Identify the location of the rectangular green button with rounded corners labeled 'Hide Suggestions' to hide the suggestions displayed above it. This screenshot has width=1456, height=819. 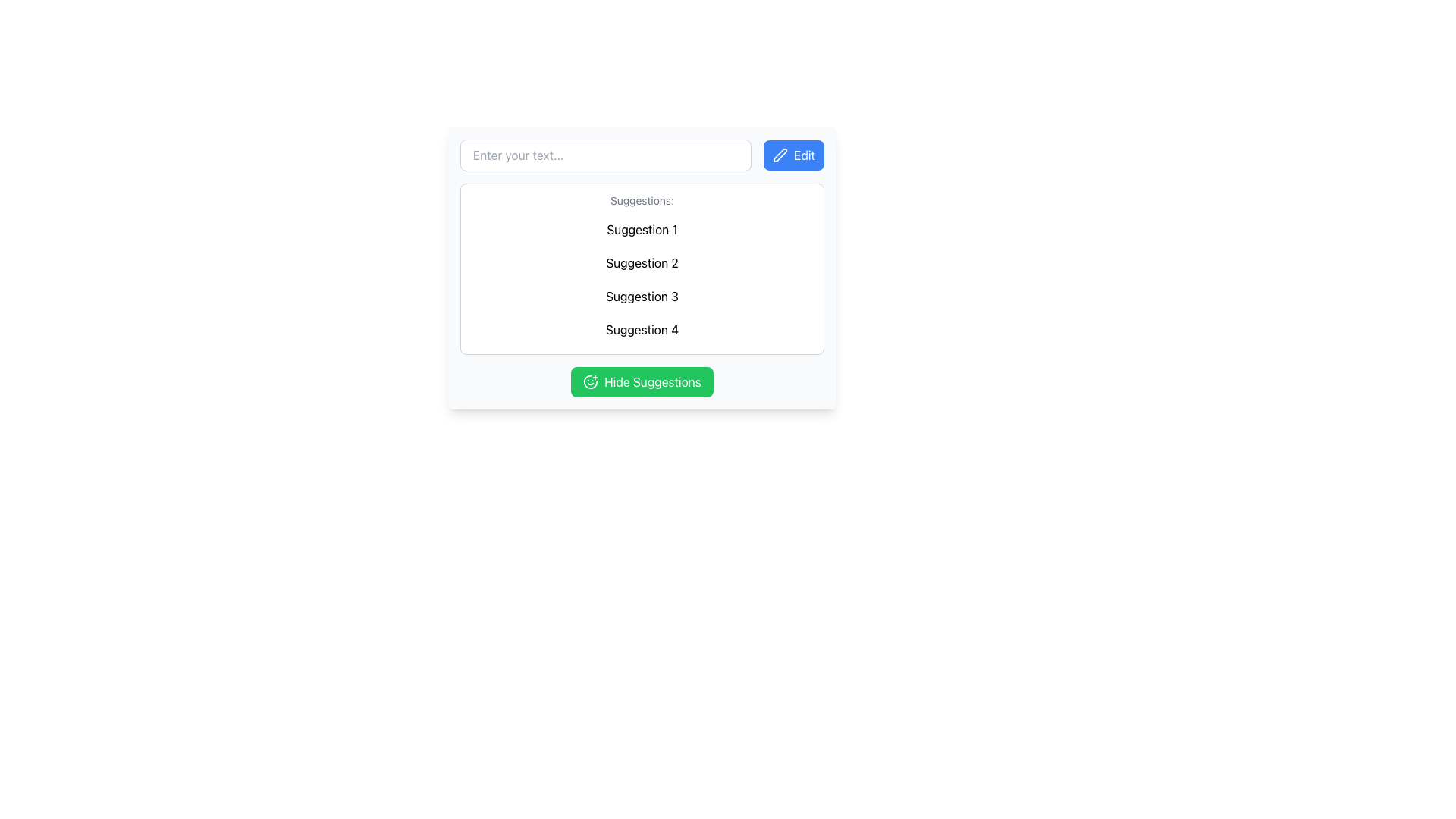
(642, 381).